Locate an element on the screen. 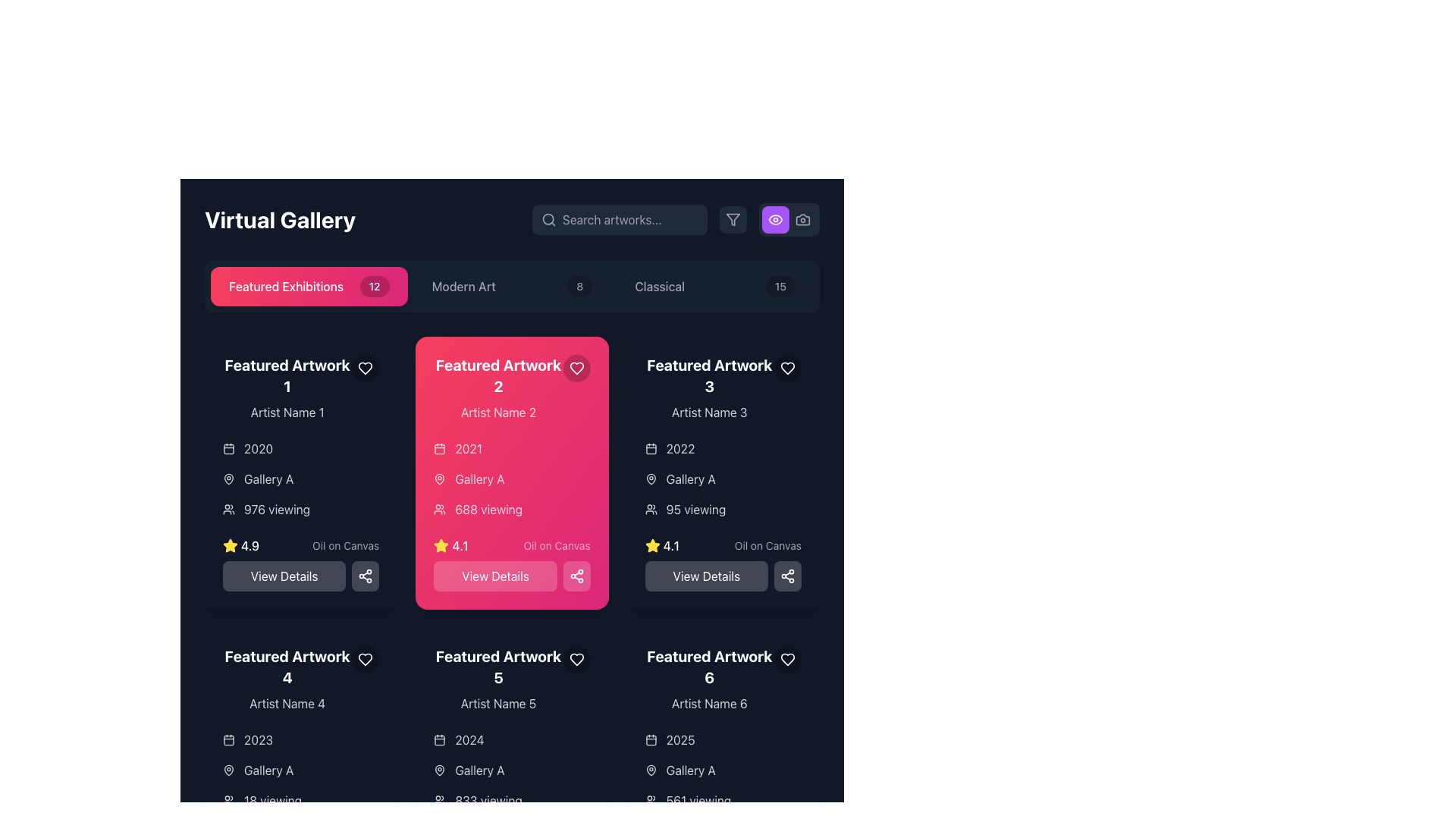 This screenshot has height=819, width=1456. the pin icon located within the 'Featured Artwork 2' card, situated below the '2021' label and above the '688 viewing' text is located at coordinates (439, 479).